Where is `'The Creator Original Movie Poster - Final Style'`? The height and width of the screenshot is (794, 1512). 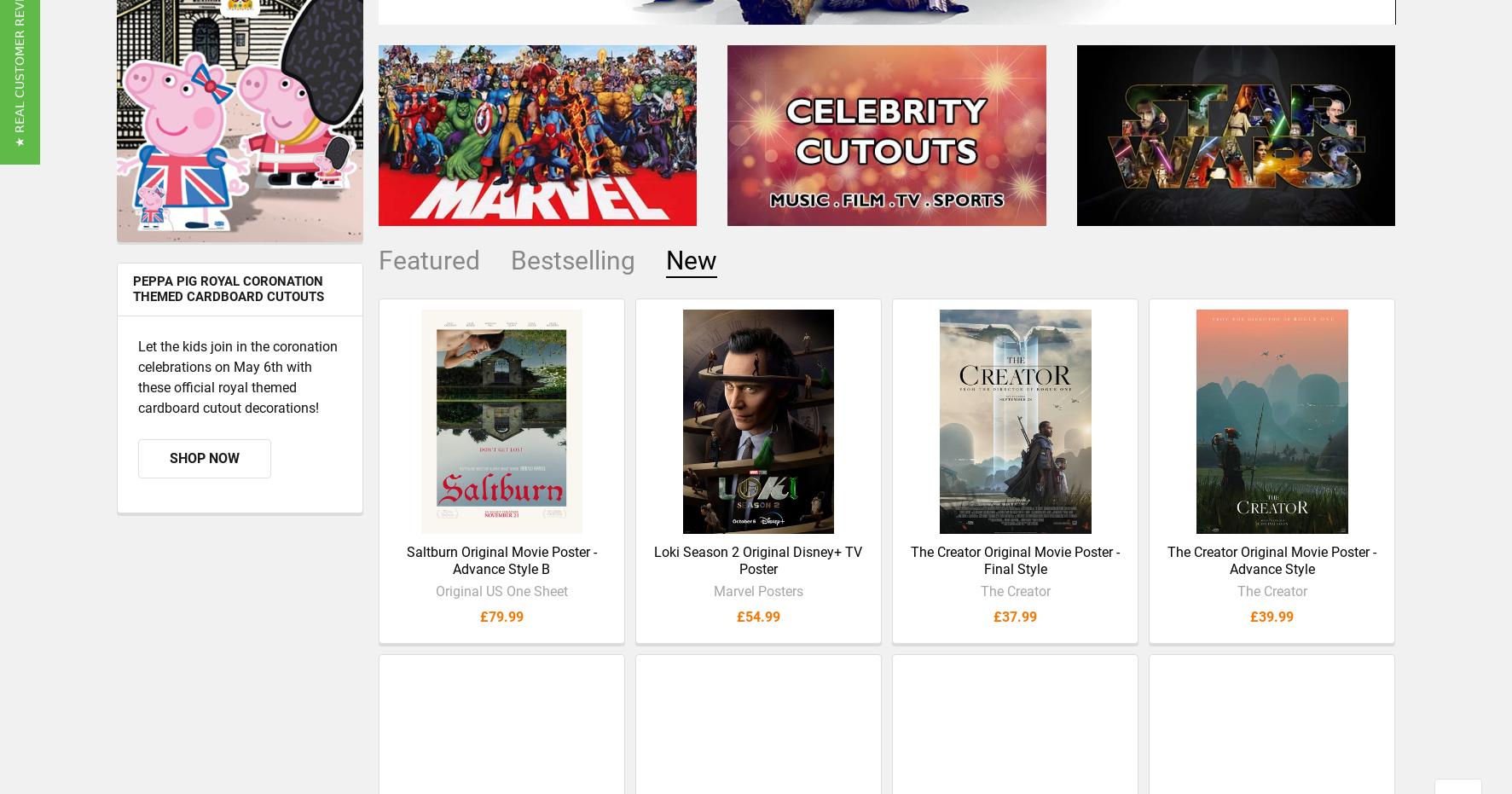 'The Creator Original Movie Poster - Final Style' is located at coordinates (910, 573).